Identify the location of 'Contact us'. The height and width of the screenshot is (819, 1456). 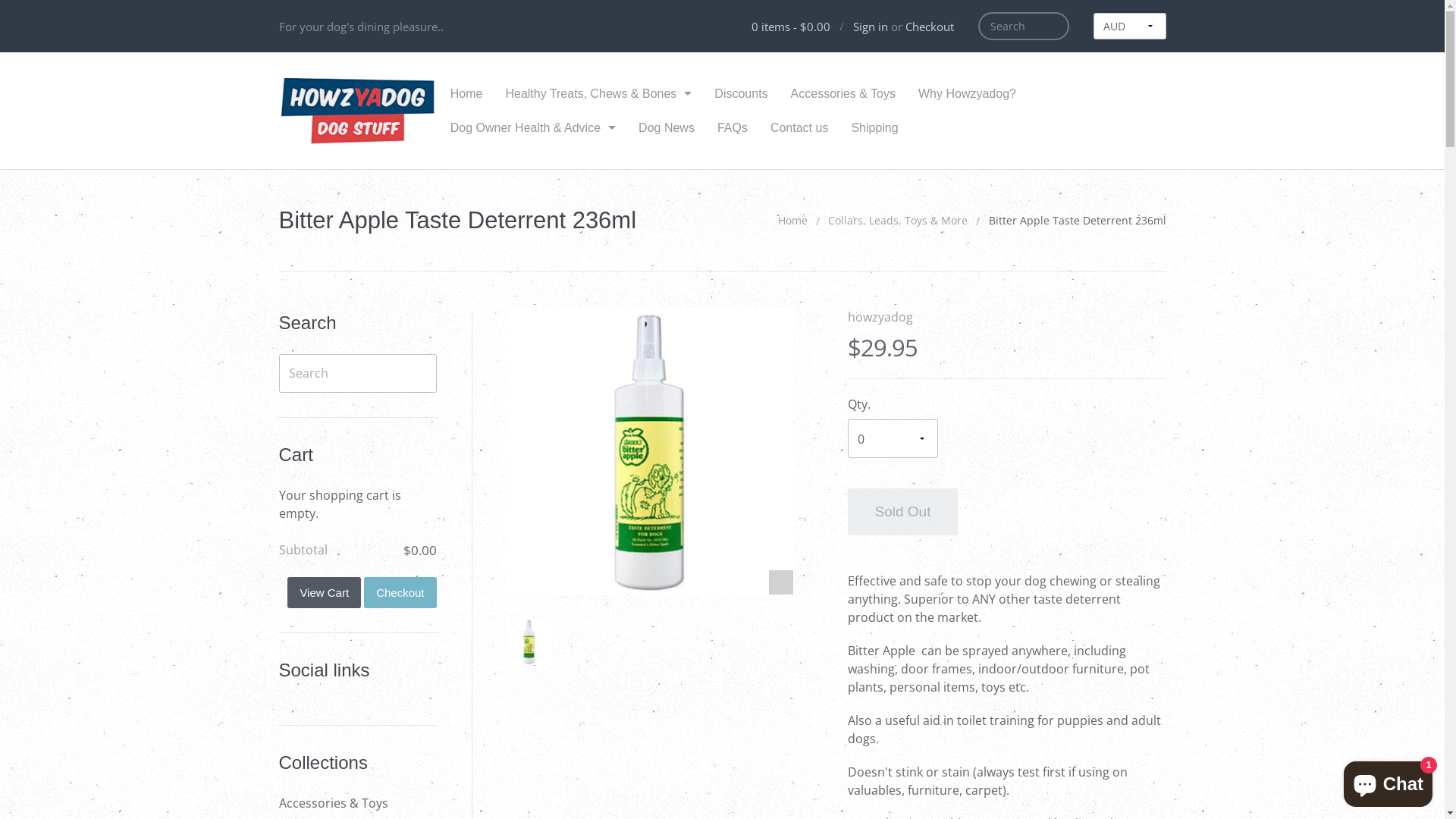
(759, 127).